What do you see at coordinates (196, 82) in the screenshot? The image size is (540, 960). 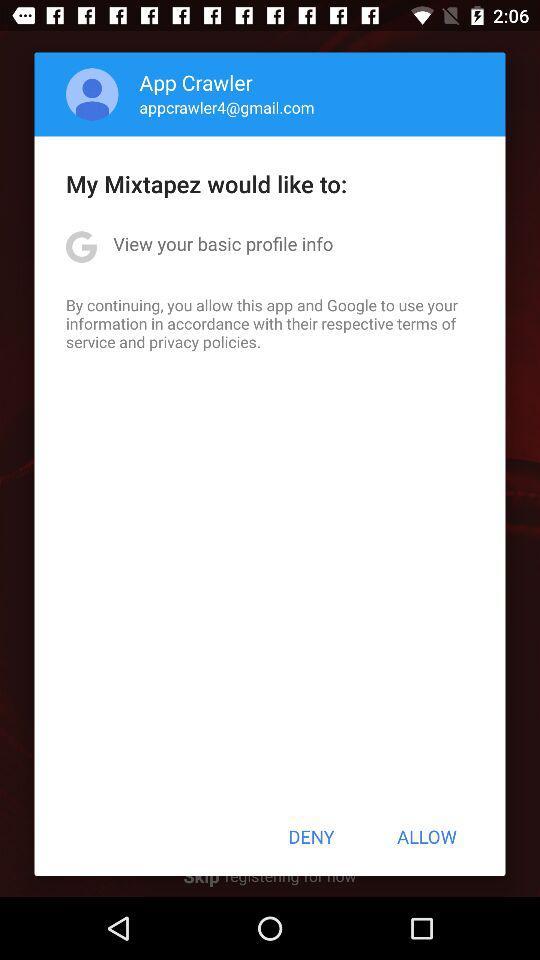 I see `app crawler` at bounding box center [196, 82].